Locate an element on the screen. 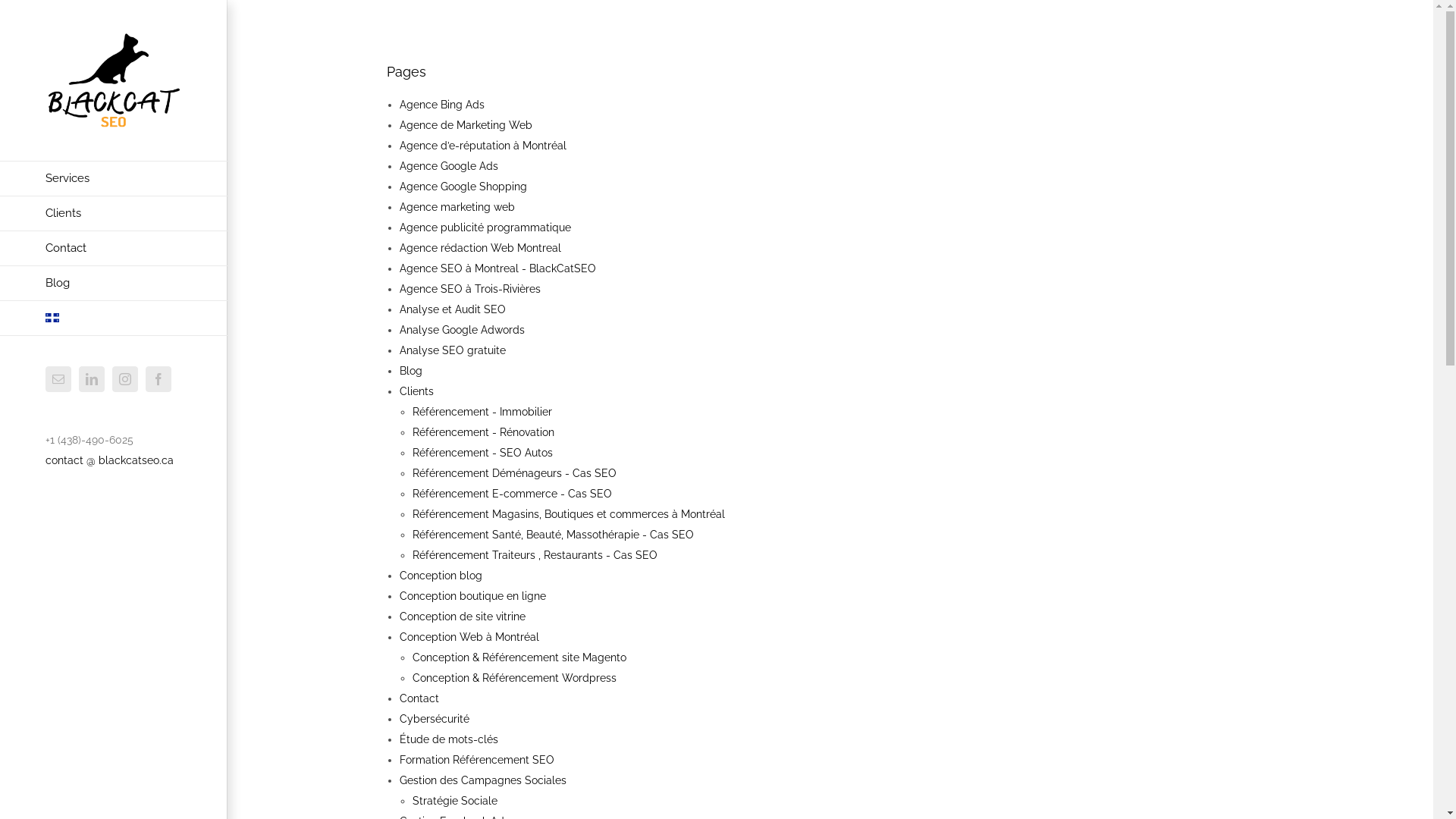  'Instagram' is located at coordinates (111, 378).